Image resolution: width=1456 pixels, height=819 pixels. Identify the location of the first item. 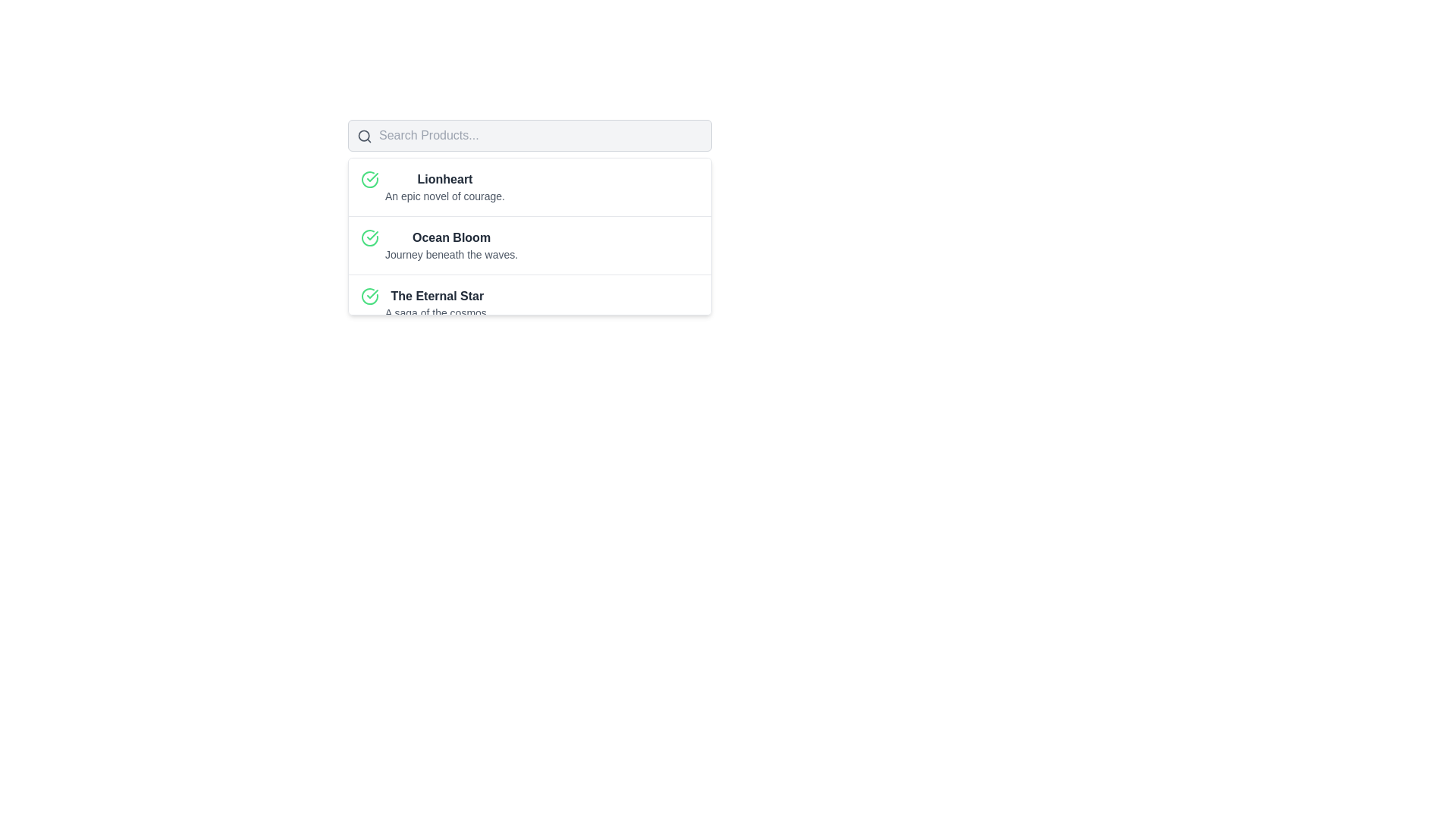
(530, 186).